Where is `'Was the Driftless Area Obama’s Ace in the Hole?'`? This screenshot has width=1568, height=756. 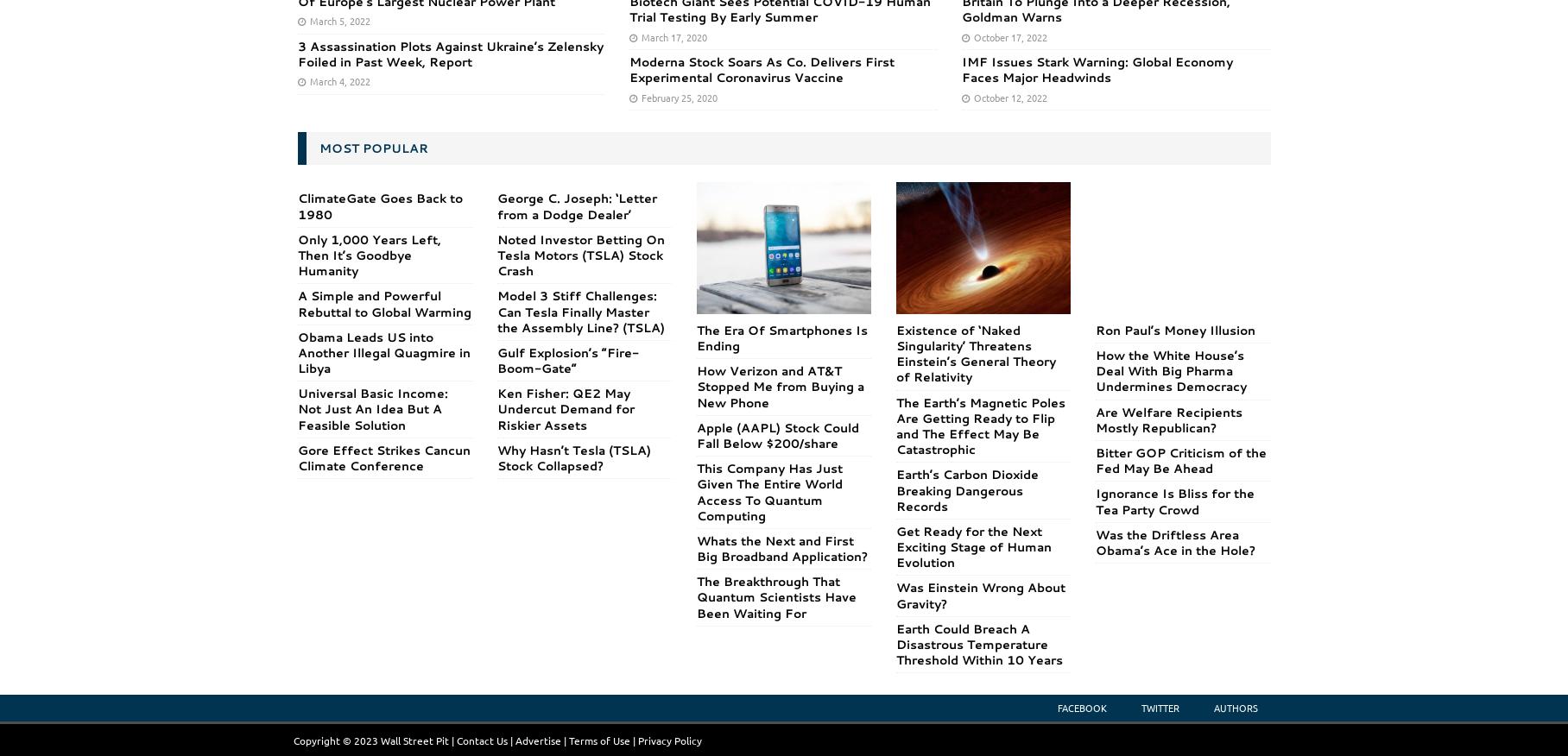 'Was the Driftless Area Obama’s Ace in the Hole?' is located at coordinates (1173, 542).